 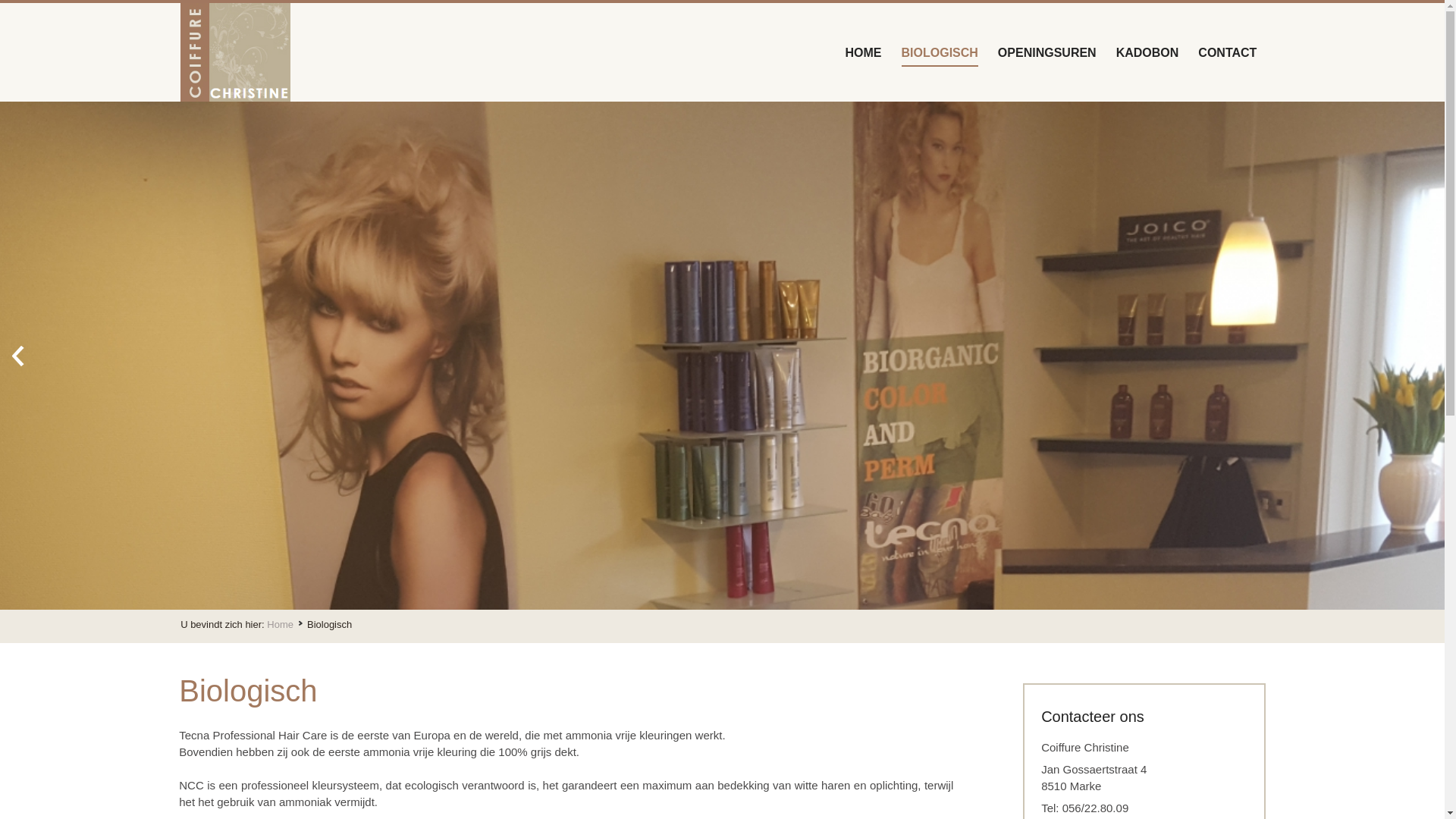 What do you see at coordinates (939, 51) in the screenshot?
I see `'BIOLOGISCH'` at bounding box center [939, 51].